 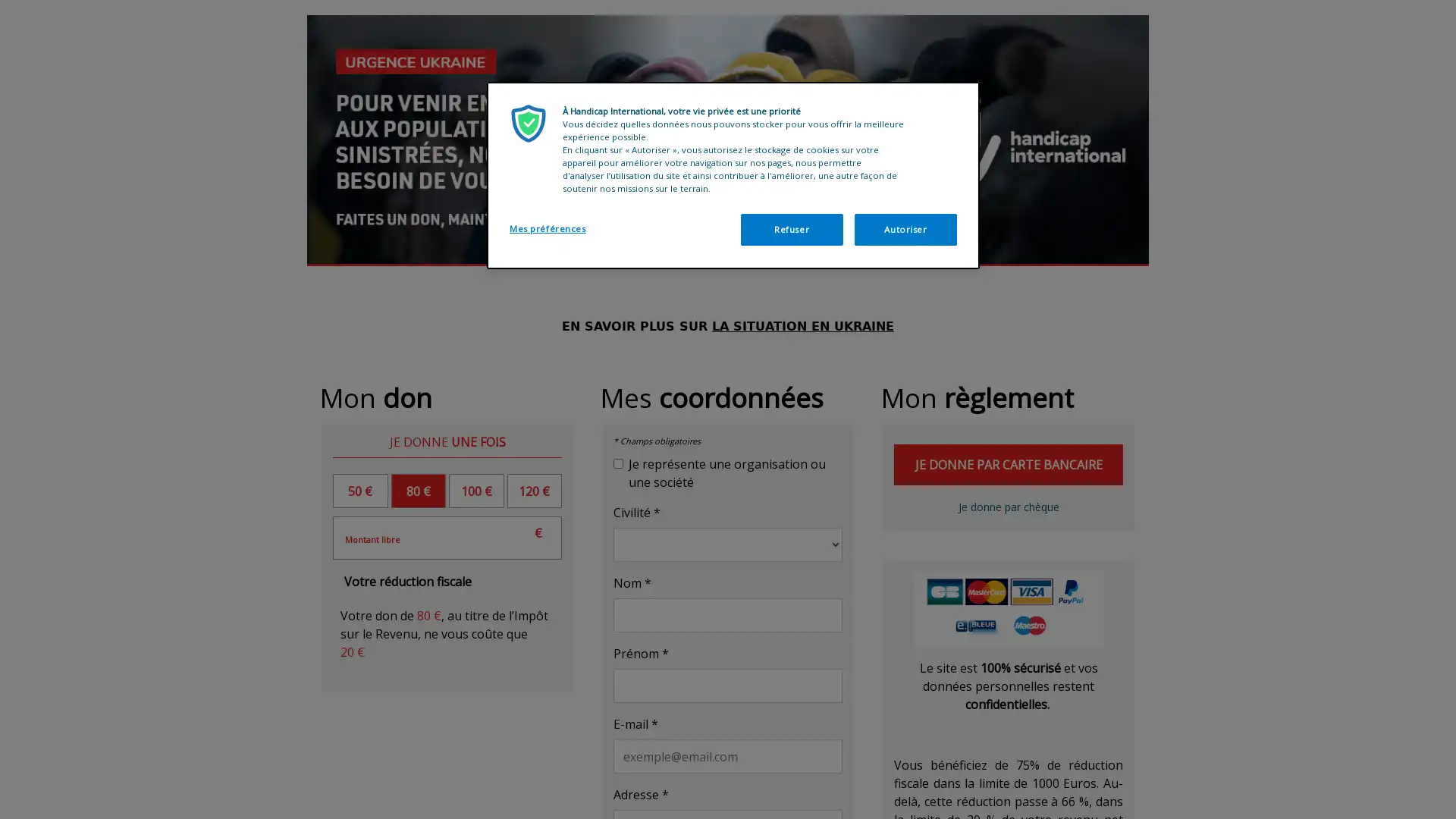 What do you see at coordinates (905, 230) in the screenshot?
I see `Autoriser` at bounding box center [905, 230].